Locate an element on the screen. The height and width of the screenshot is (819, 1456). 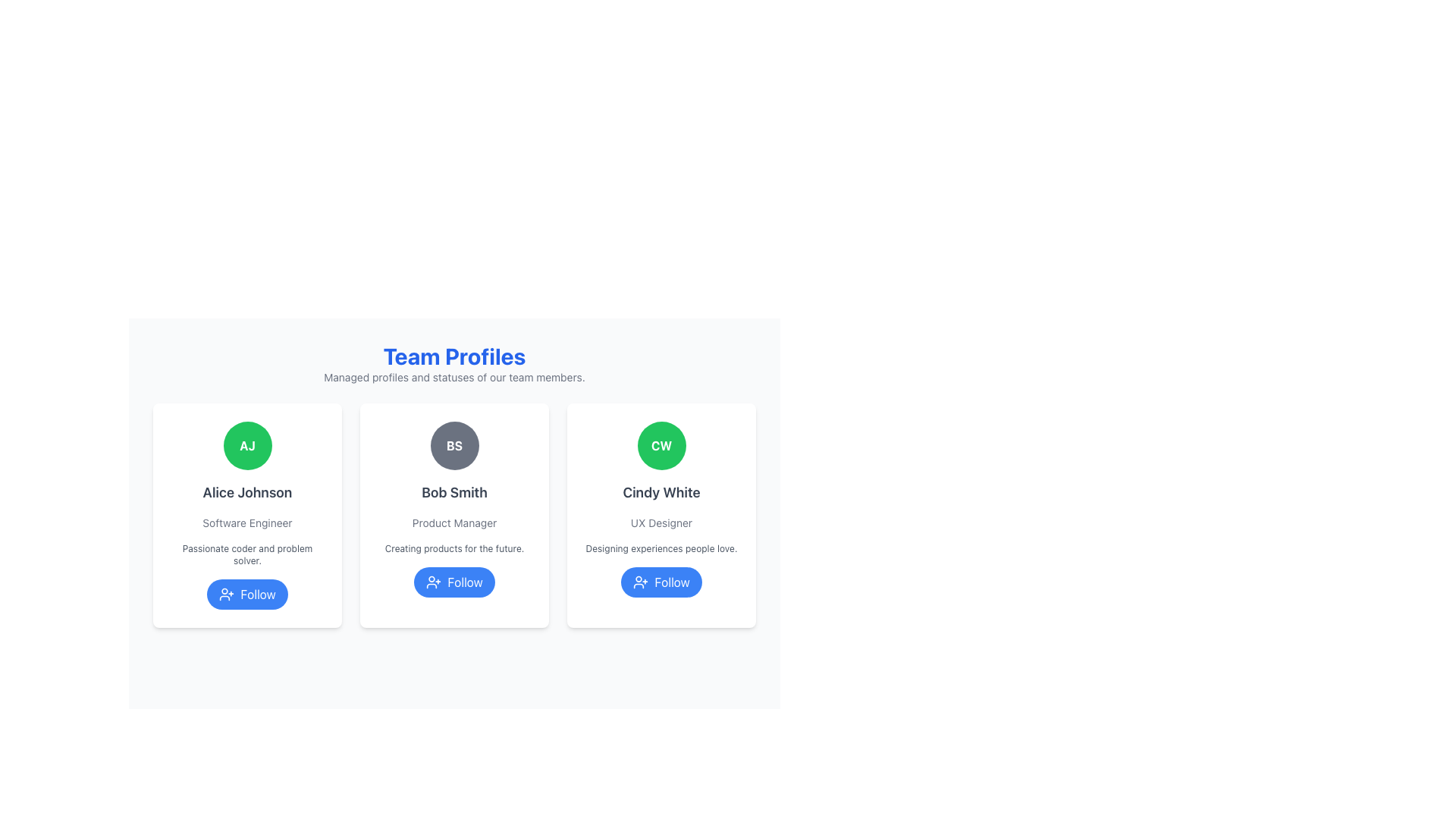
the textual content element that describes Cindy White's professional ethos, located below the 'UX Designer' designation and above the 'Follow' button is located at coordinates (661, 549).